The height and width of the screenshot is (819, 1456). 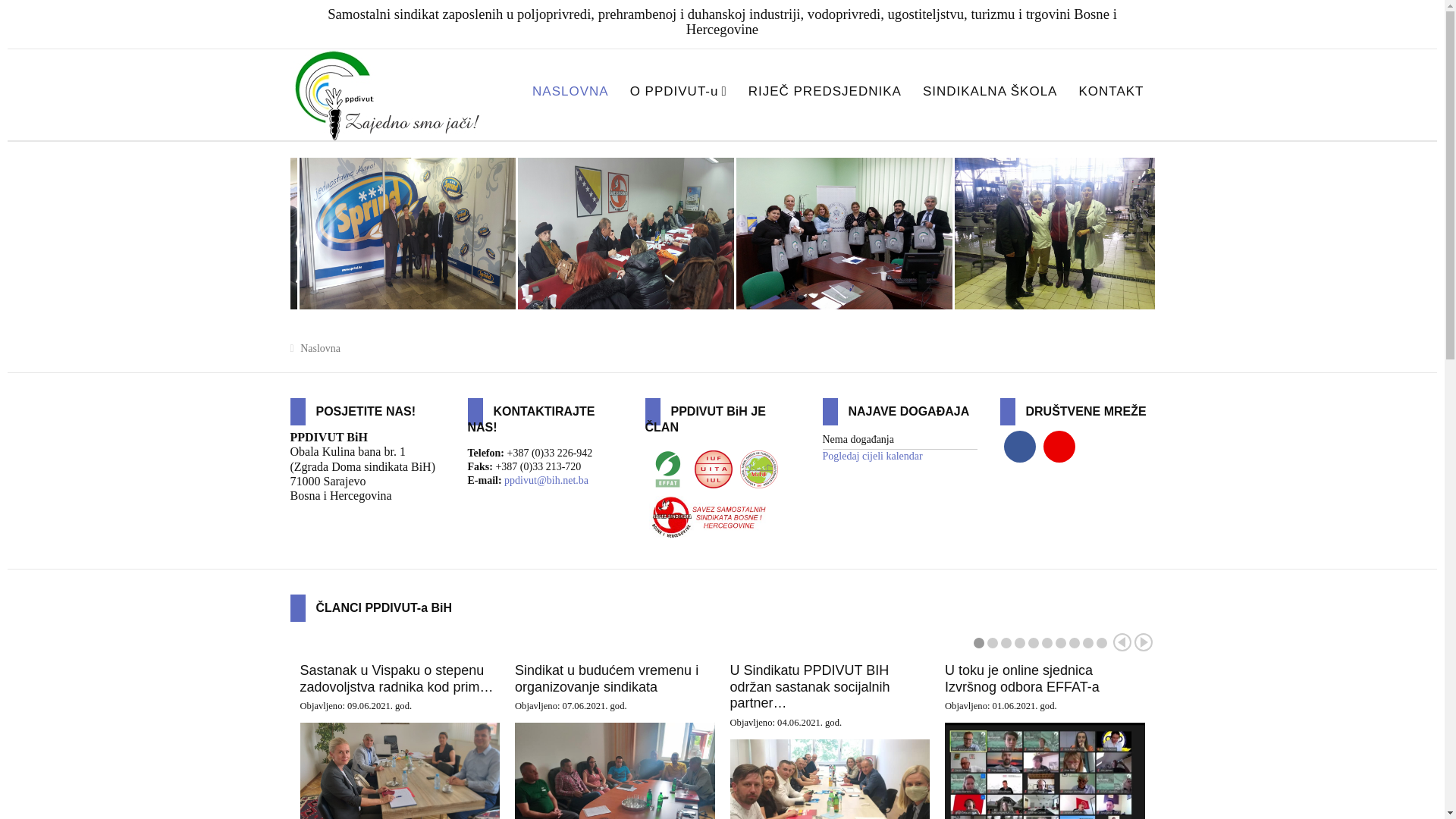 What do you see at coordinates (1046, 643) in the screenshot?
I see `'6'` at bounding box center [1046, 643].